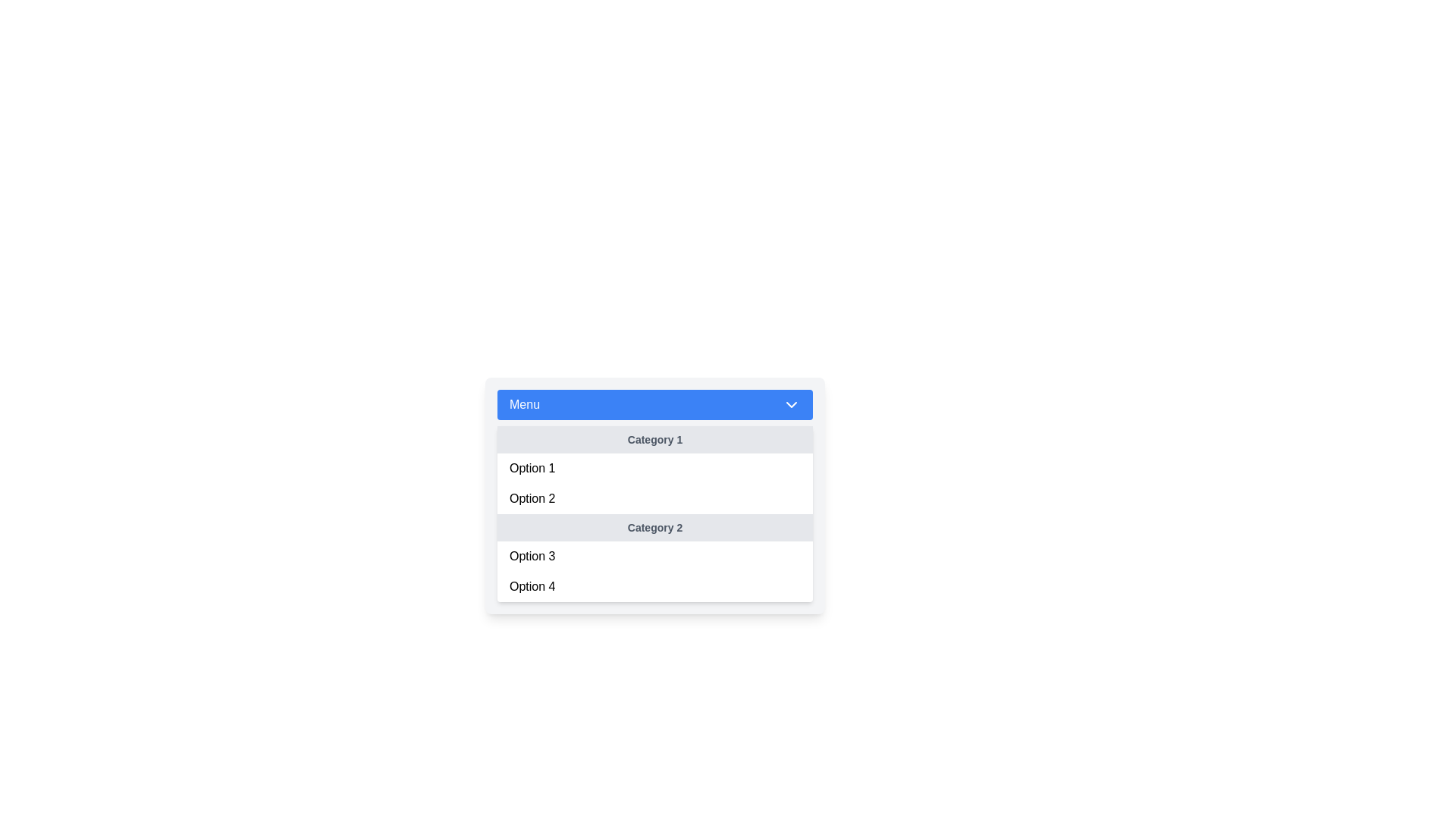 Image resolution: width=1456 pixels, height=819 pixels. Describe the element at coordinates (655, 467) in the screenshot. I see `the first clickable option in the dropdown menu under 'Category 1'` at that location.